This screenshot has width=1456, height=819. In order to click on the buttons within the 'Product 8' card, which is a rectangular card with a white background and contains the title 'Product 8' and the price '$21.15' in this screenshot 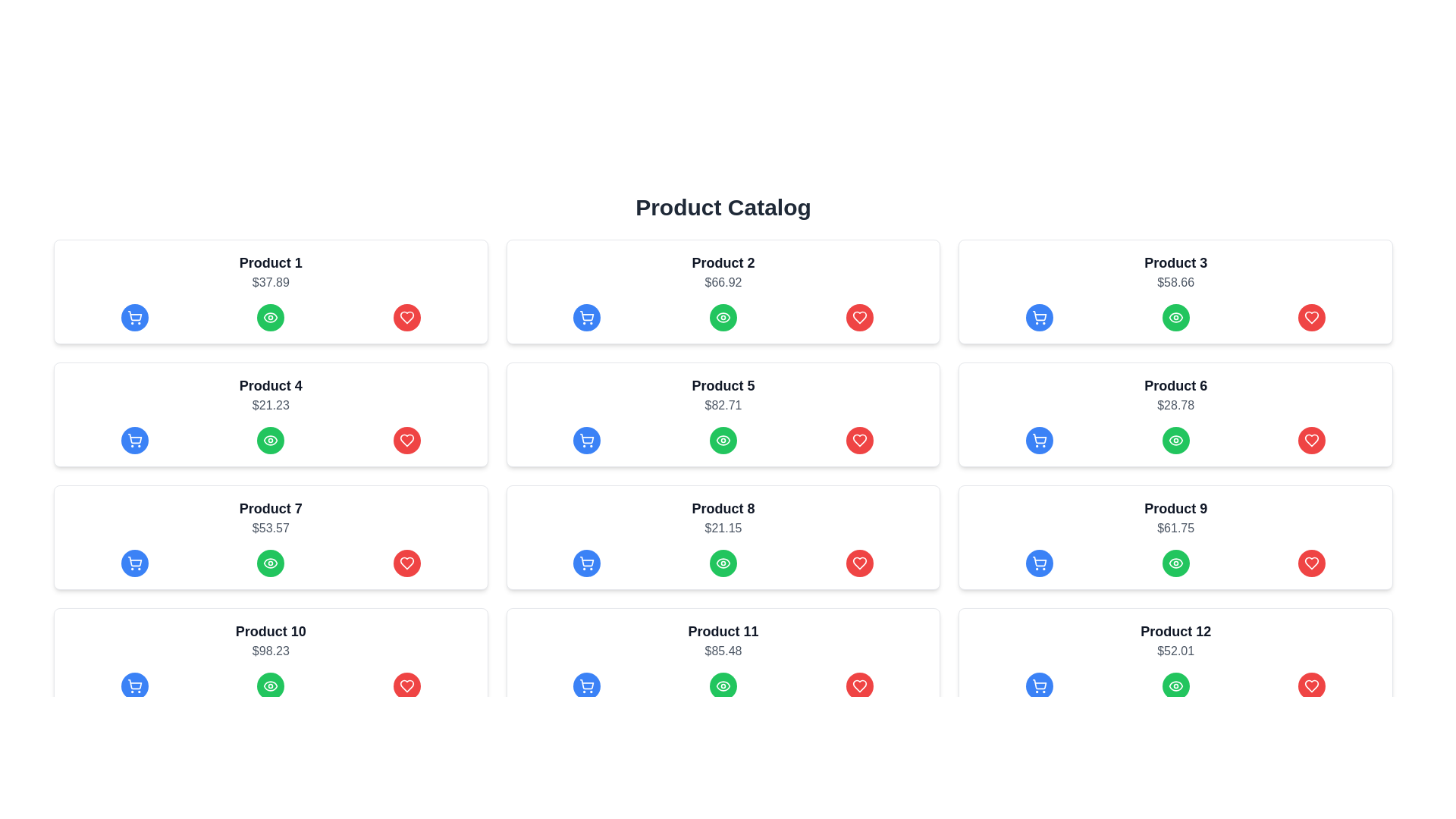, I will do `click(723, 537)`.